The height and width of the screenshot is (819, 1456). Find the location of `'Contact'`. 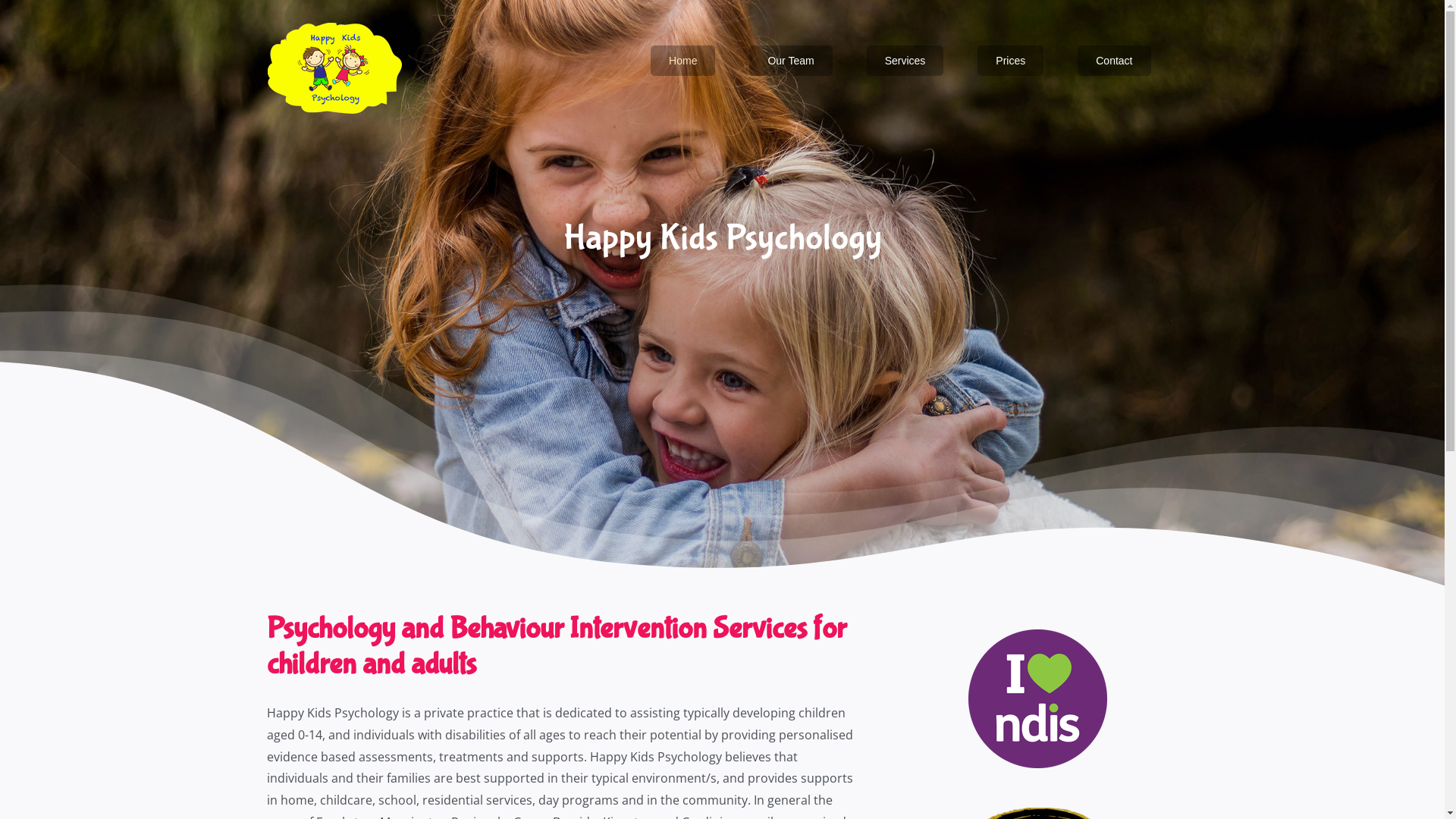

'Contact' is located at coordinates (1076, 60).